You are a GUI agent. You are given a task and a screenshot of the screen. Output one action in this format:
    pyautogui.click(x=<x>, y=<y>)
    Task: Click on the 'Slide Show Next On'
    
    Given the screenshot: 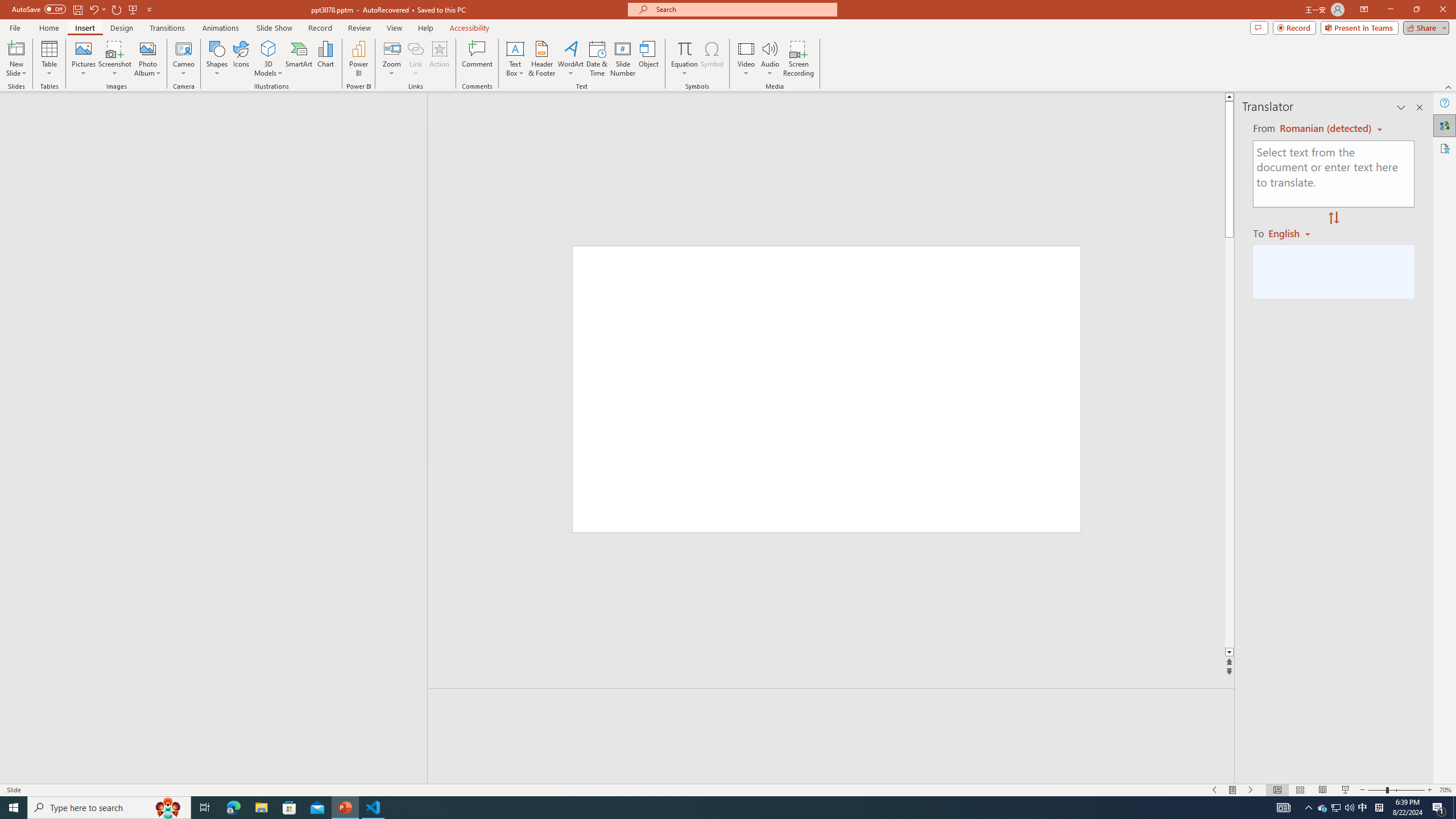 What is the action you would take?
    pyautogui.click(x=1251, y=790)
    